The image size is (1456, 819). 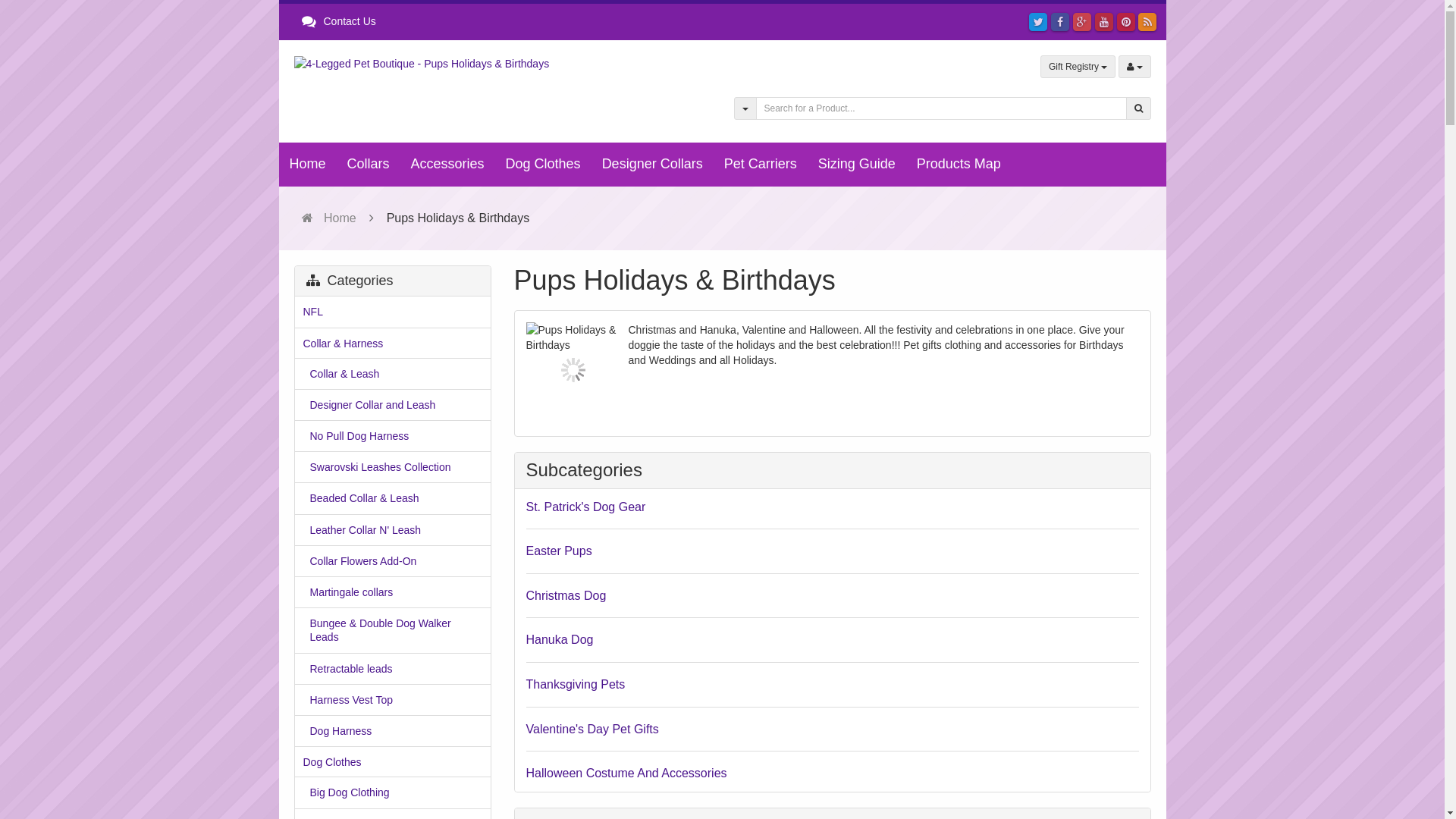 I want to click on 'Swarovski Leashes Collection', so click(x=392, y=466).